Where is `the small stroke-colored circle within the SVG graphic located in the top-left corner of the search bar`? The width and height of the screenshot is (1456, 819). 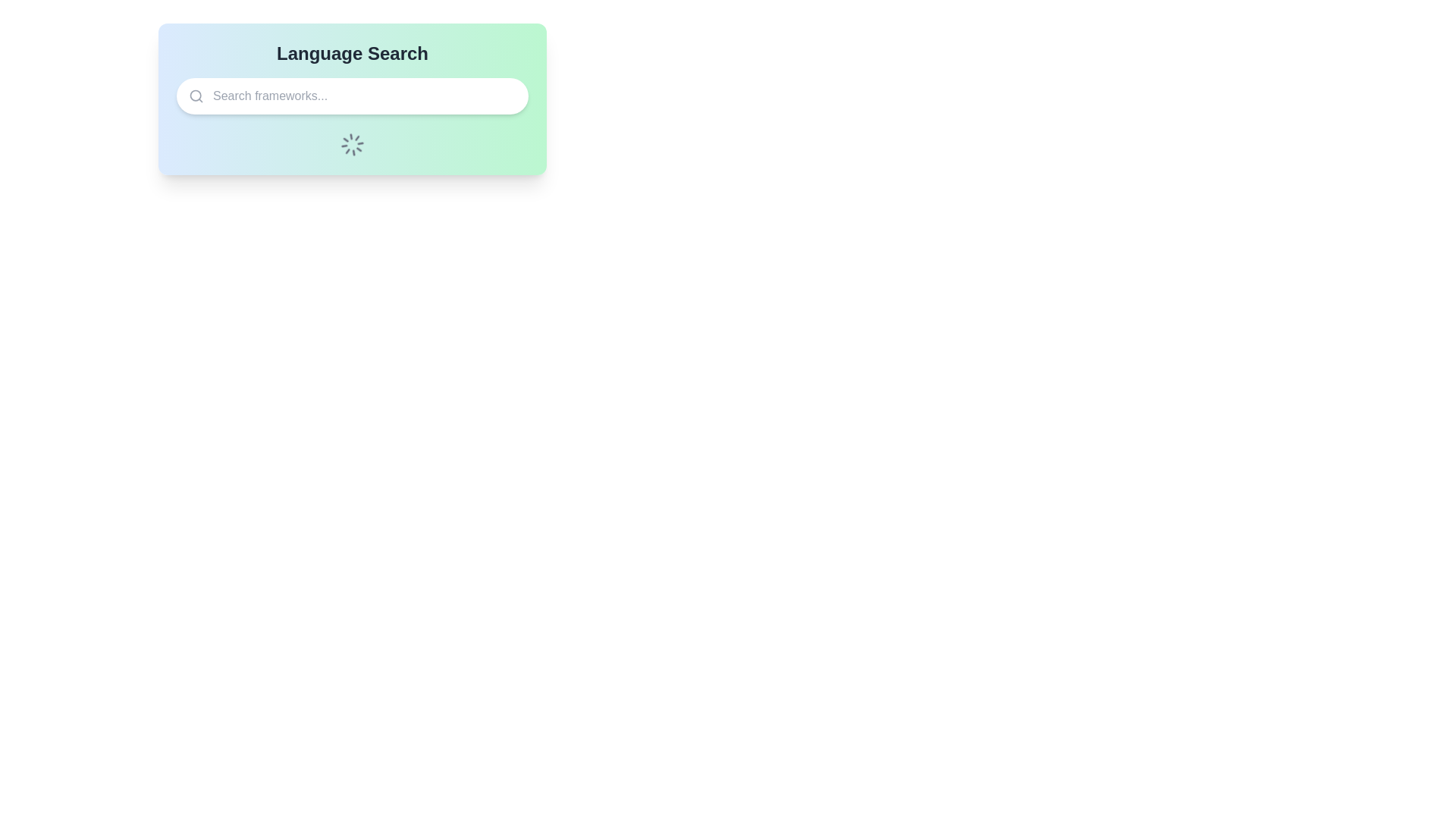 the small stroke-colored circle within the SVG graphic located in the top-left corner of the search bar is located at coordinates (195, 96).